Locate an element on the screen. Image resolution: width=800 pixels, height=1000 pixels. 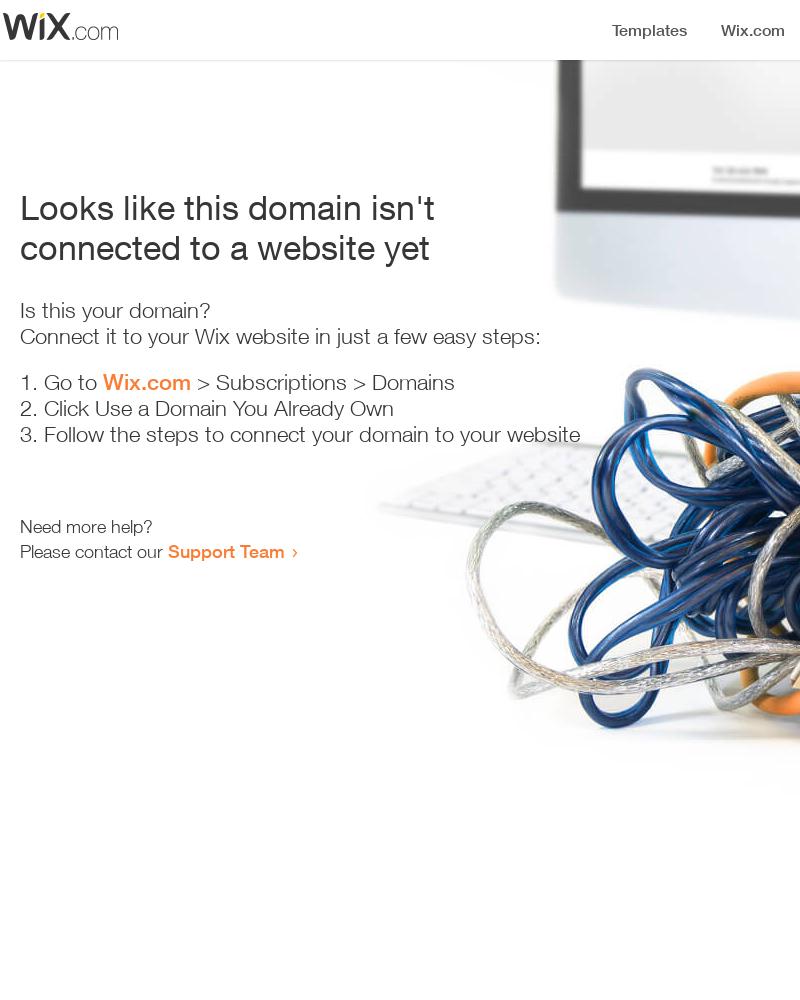
'Follow the steps to connect your domain to your website' is located at coordinates (311, 434).